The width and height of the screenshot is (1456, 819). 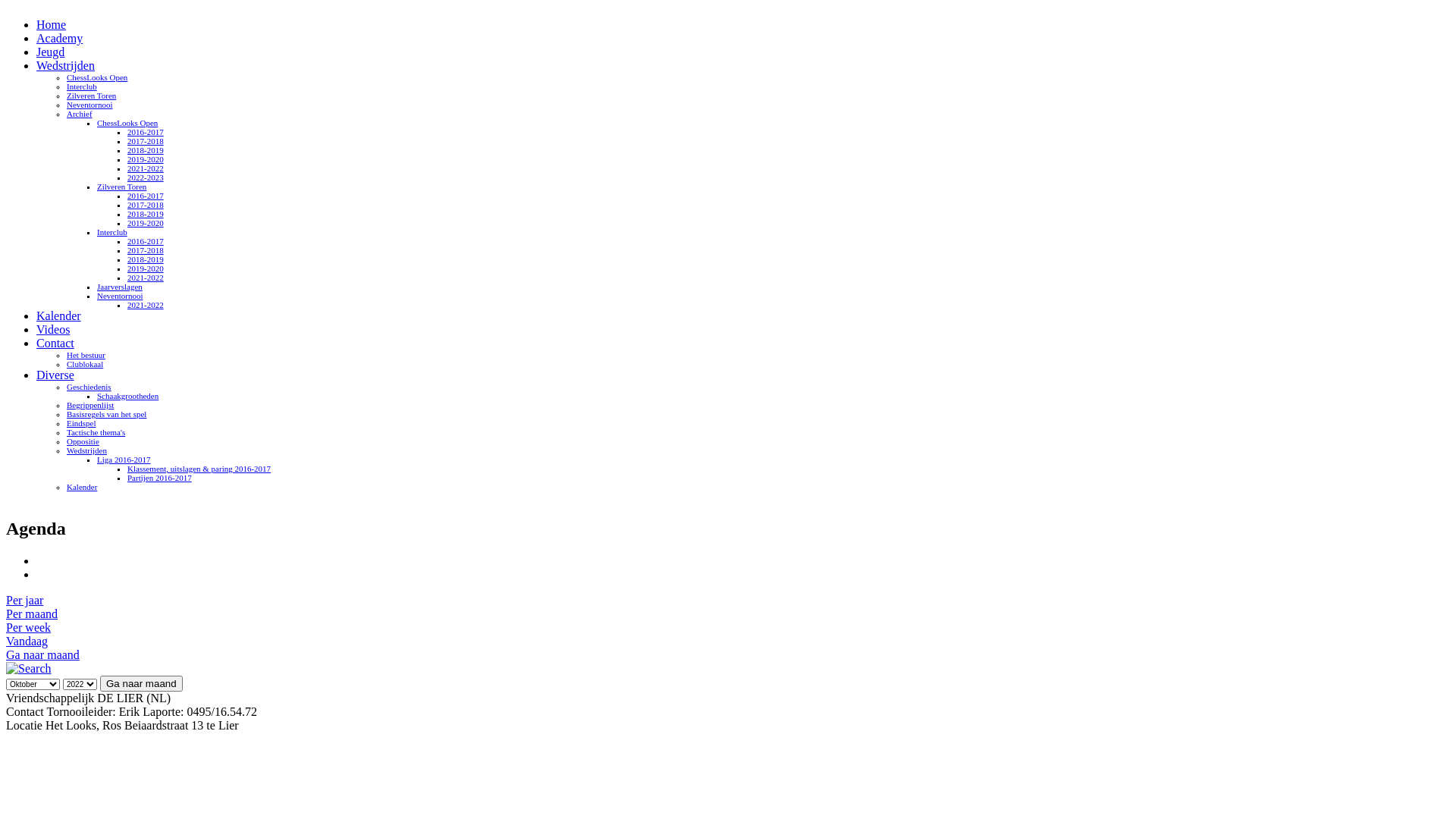 What do you see at coordinates (86, 450) in the screenshot?
I see `'Wedstrijden'` at bounding box center [86, 450].